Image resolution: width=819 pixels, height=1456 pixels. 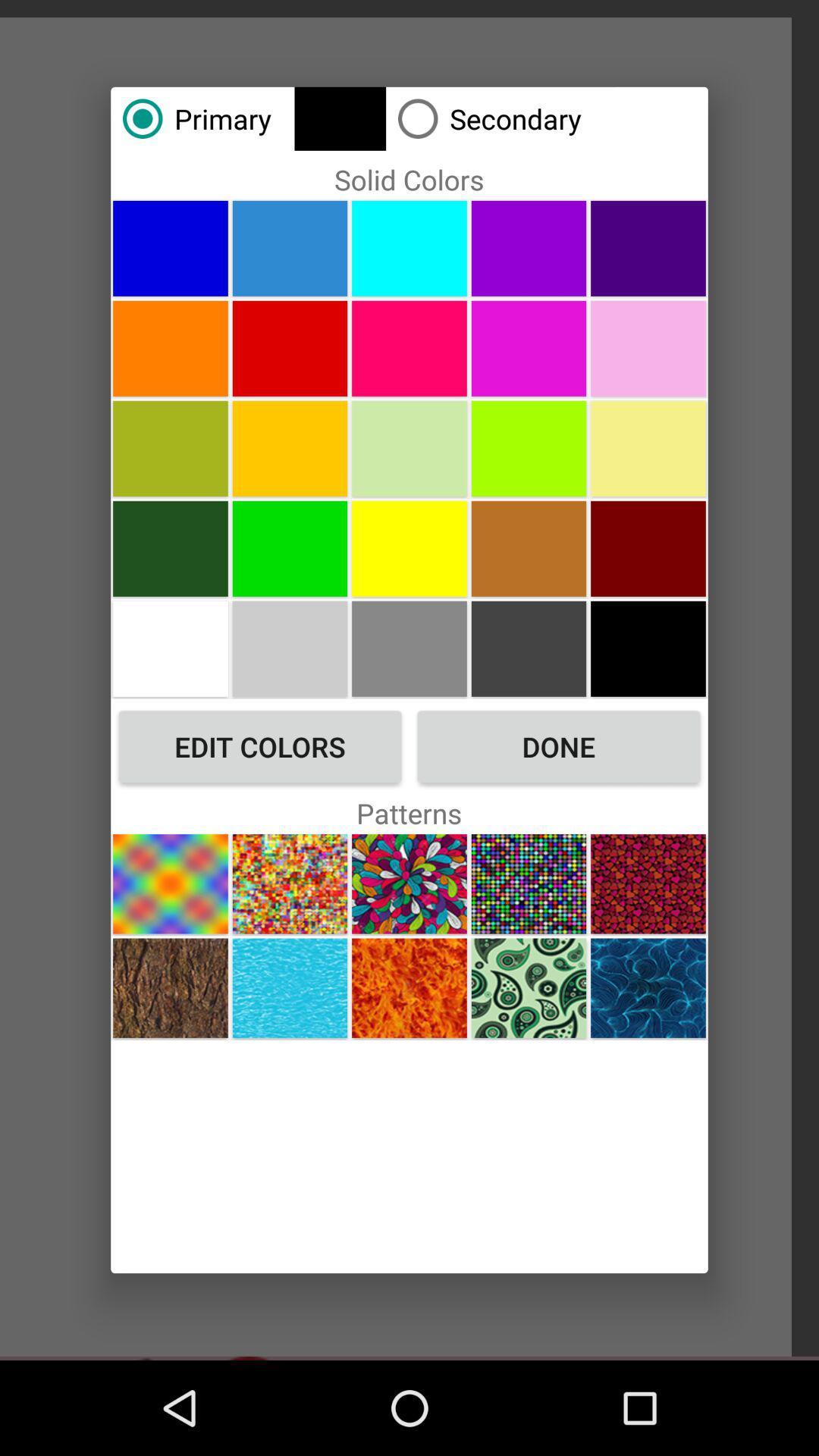 What do you see at coordinates (409, 447) in the screenshot?
I see `solid color` at bounding box center [409, 447].